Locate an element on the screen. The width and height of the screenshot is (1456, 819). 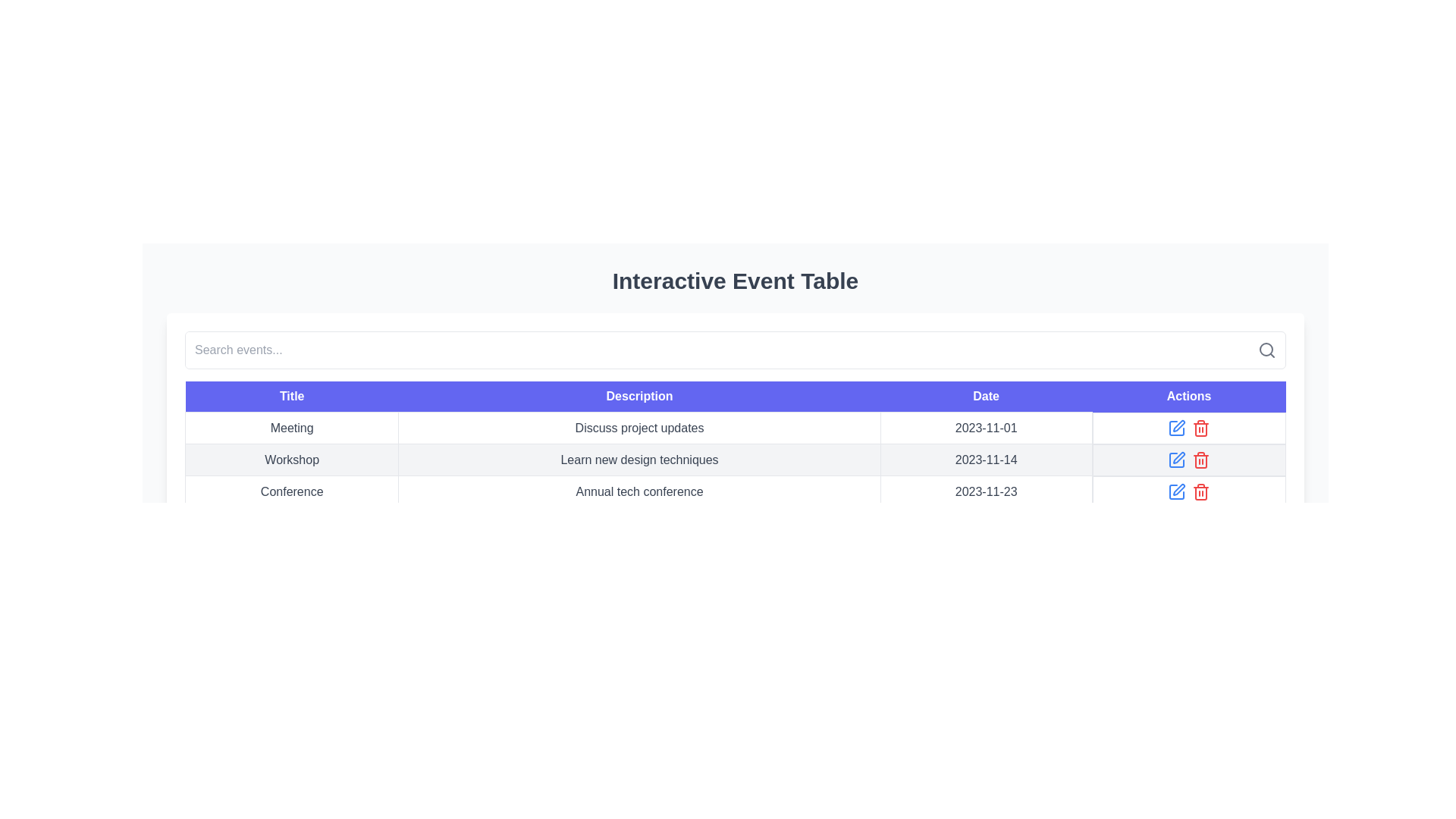
text content of the text block displaying 'Discuss project updates', which is located in the second item of the row labeled 'Meeting' in the 'Interactive Event Table' is located at coordinates (639, 428).